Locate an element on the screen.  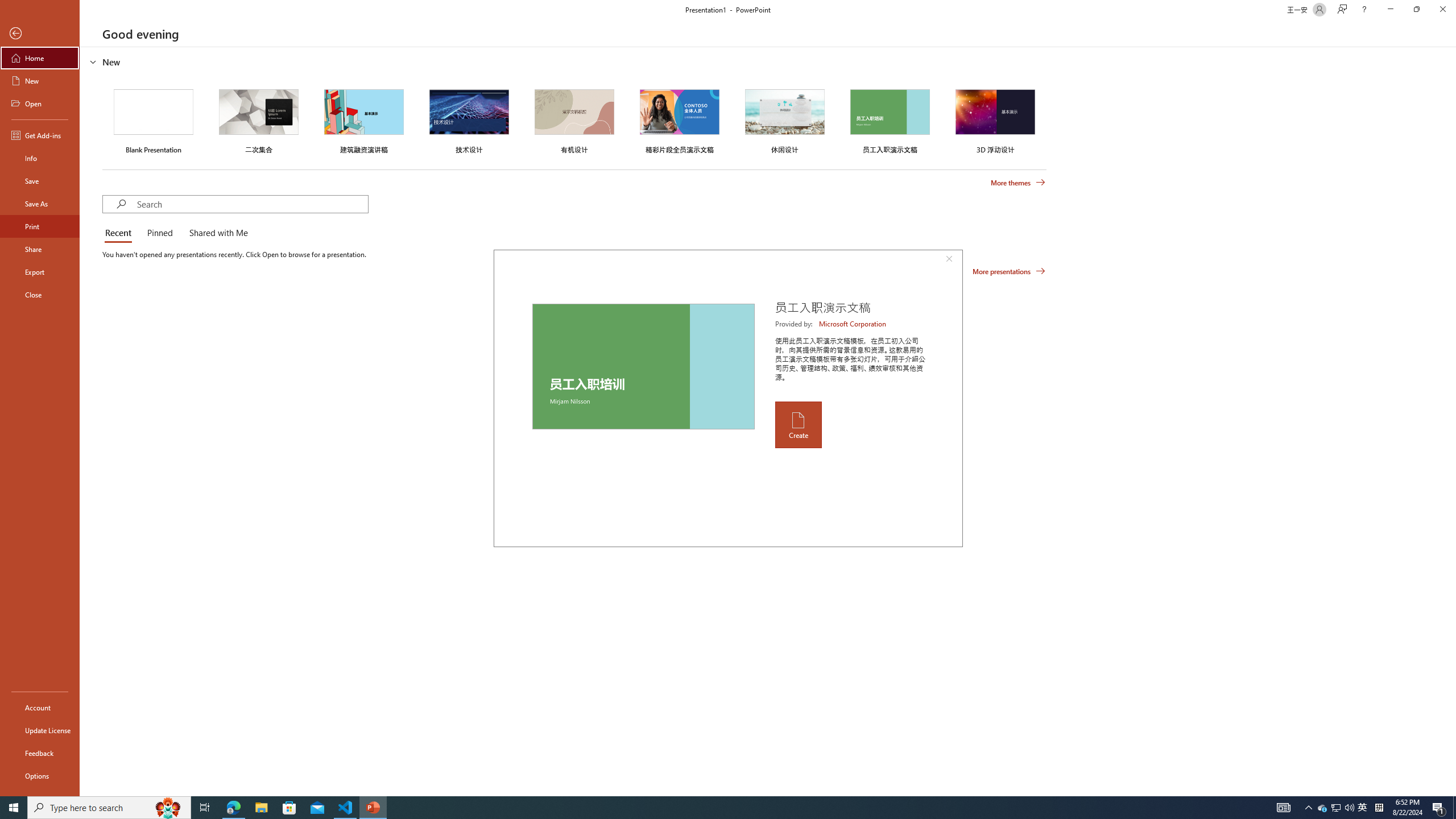
'More themes' is located at coordinates (1017, 183).